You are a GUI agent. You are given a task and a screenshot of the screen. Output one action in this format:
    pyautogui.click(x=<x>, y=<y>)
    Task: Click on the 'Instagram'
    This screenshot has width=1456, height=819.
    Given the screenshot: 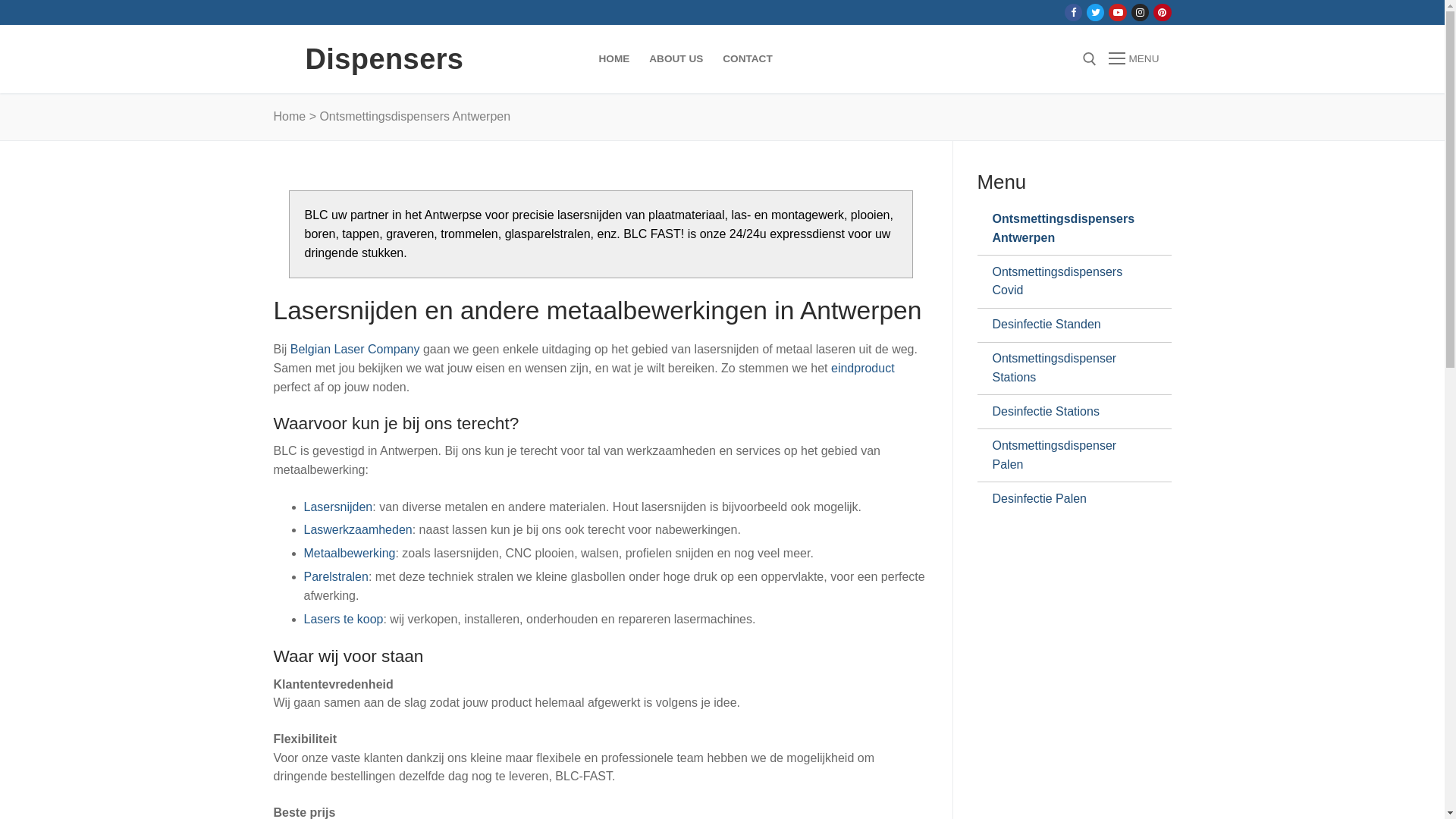 What is the action you would take?
    pyautogui.click(x=1140, y=12)
    